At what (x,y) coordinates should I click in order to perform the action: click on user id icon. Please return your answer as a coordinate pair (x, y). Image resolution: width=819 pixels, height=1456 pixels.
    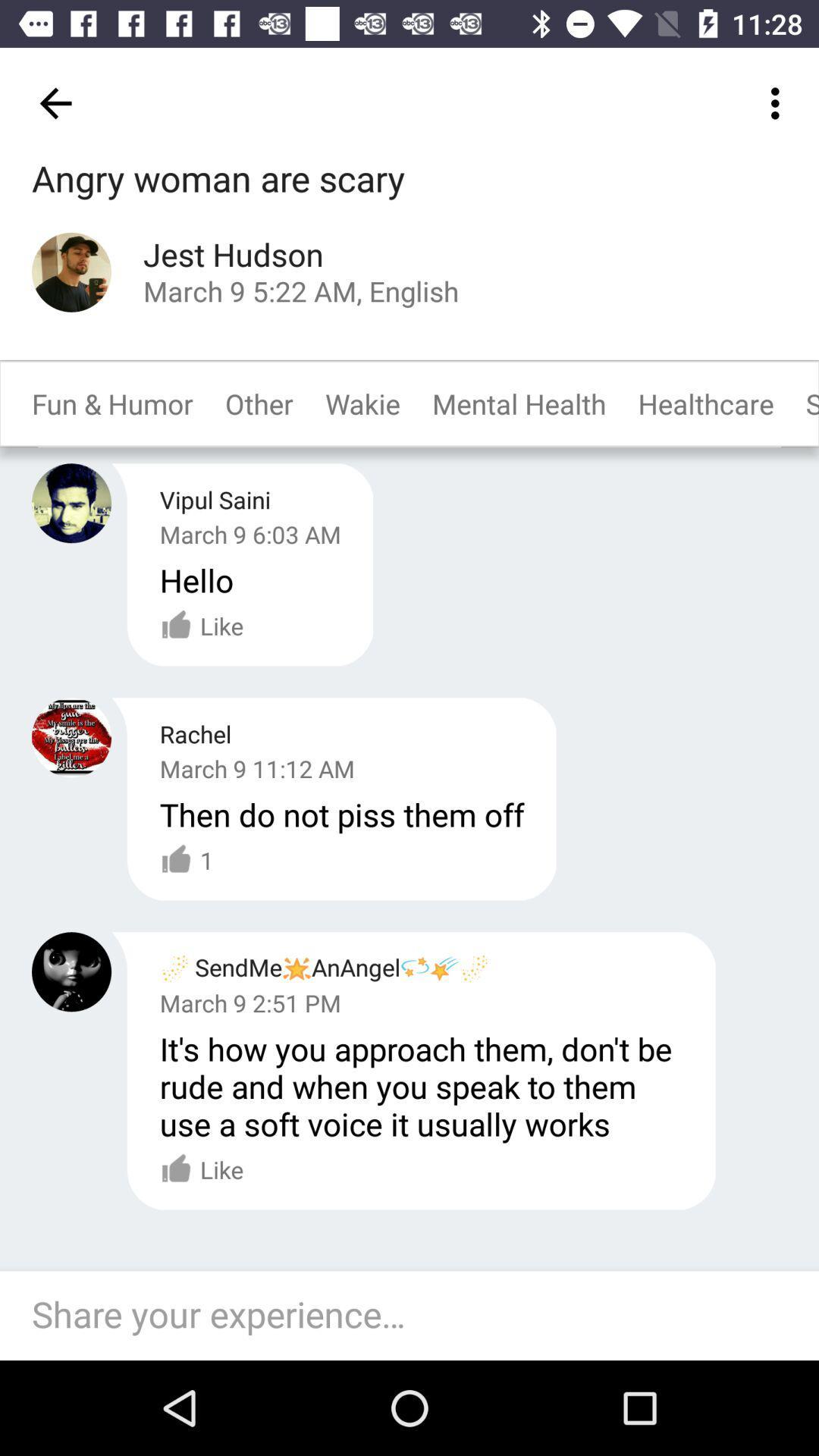
    Looking at the image, I should click on (71, 737).